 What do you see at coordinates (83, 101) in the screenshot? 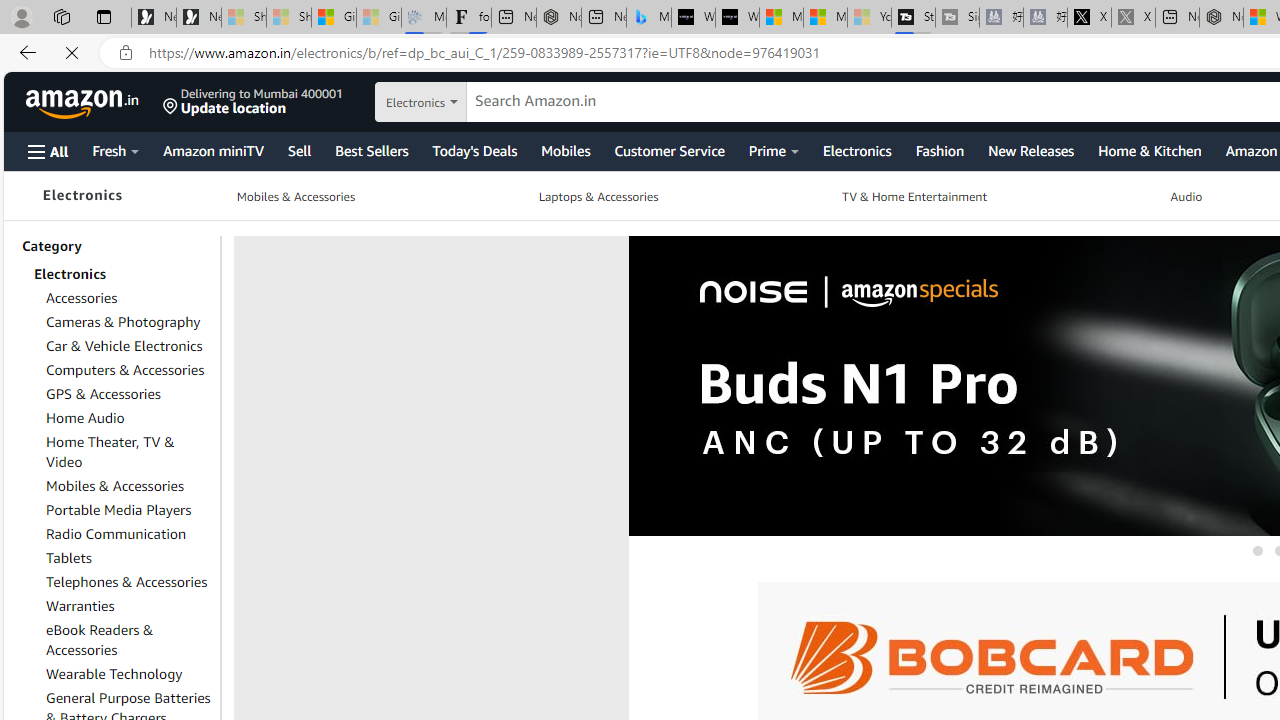
I see `'Amazon.in'` at bounding box center [83, 101].